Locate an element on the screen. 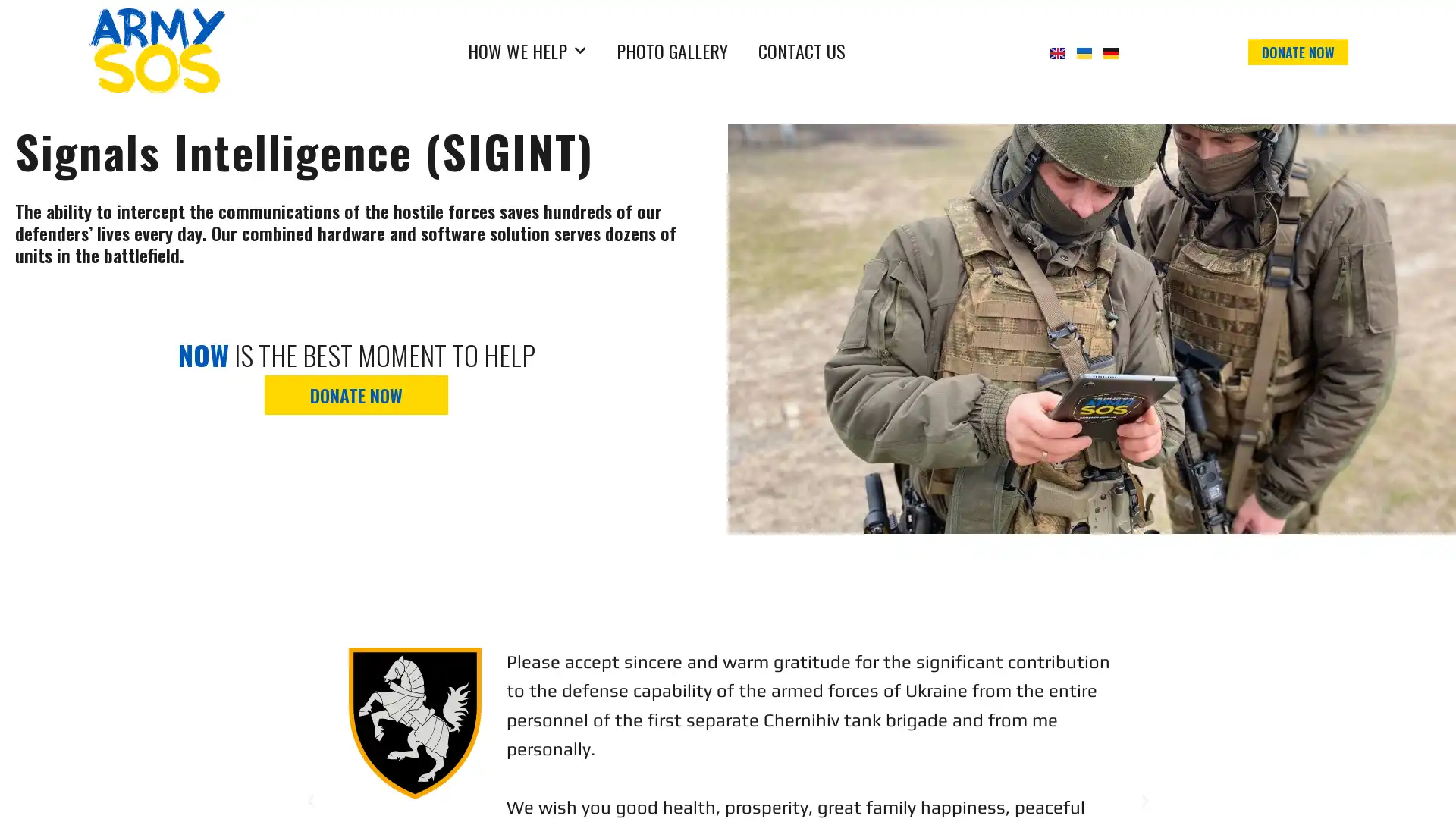 Image resolution: width=1456 pixels, height=819 pixels. DONATE NOW is located at coordinates (356, 394).